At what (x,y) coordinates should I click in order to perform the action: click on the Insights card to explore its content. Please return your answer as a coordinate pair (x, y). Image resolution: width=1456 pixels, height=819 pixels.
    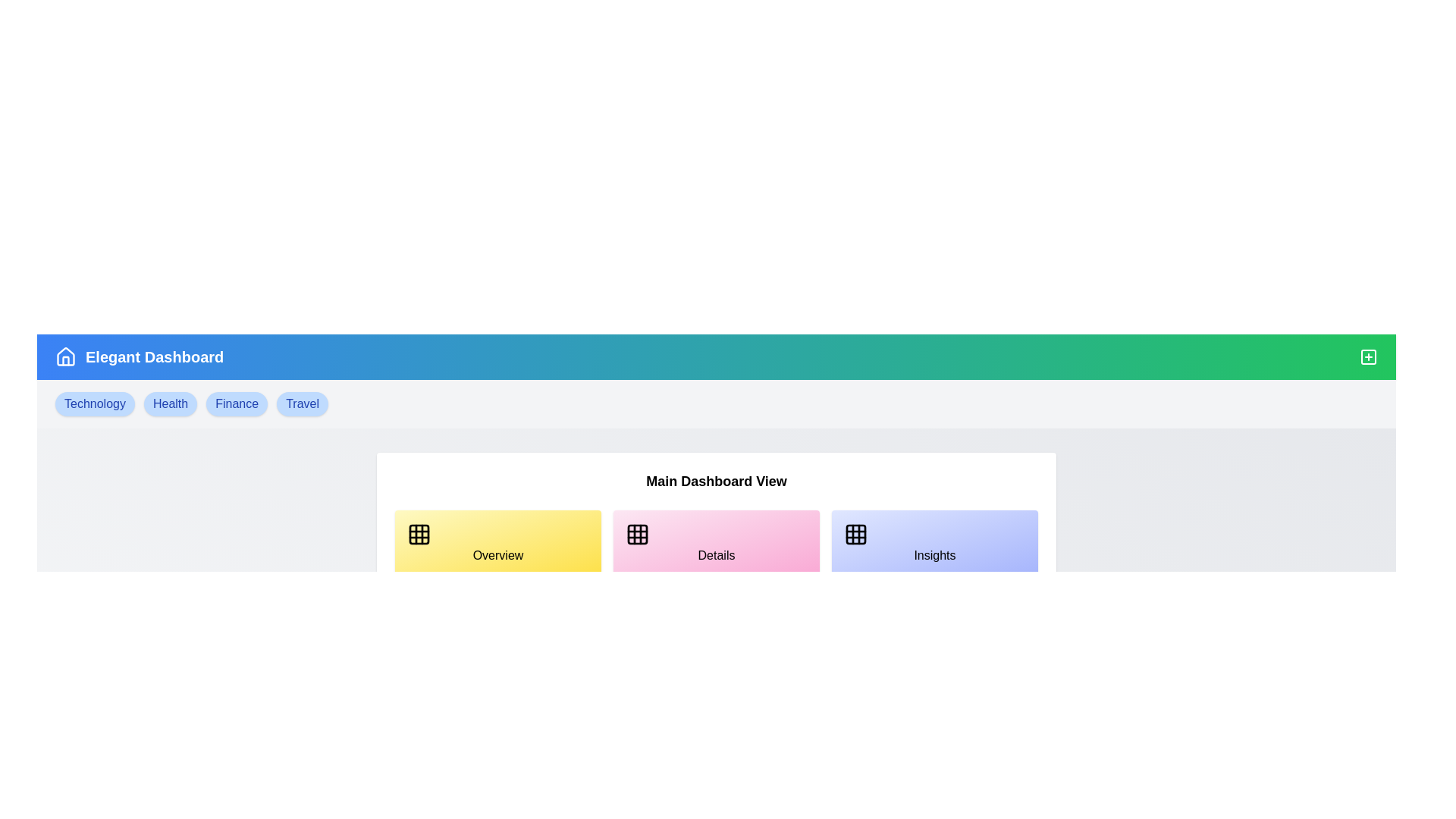
    Looking at the image, I should click on (934, 543).